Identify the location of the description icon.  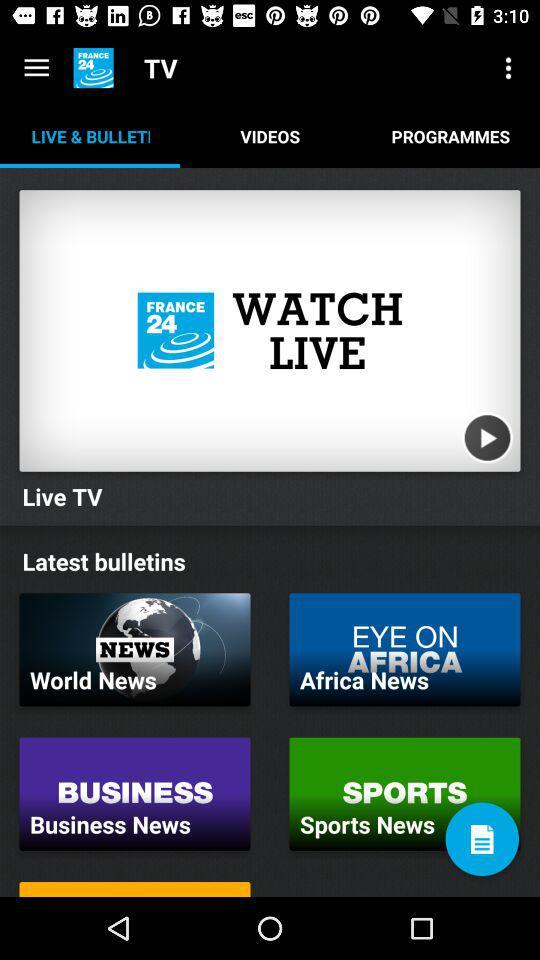
(481, 839).